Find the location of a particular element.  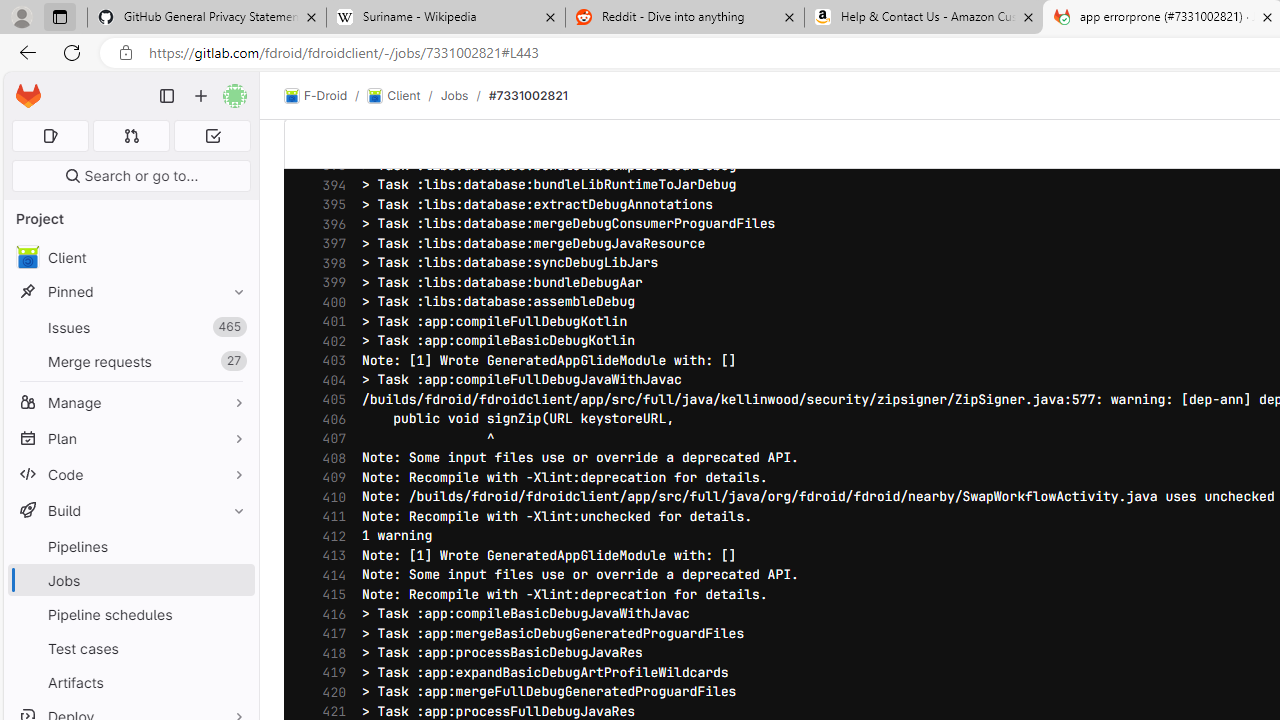

'417' is located at coordinates (329, 633).